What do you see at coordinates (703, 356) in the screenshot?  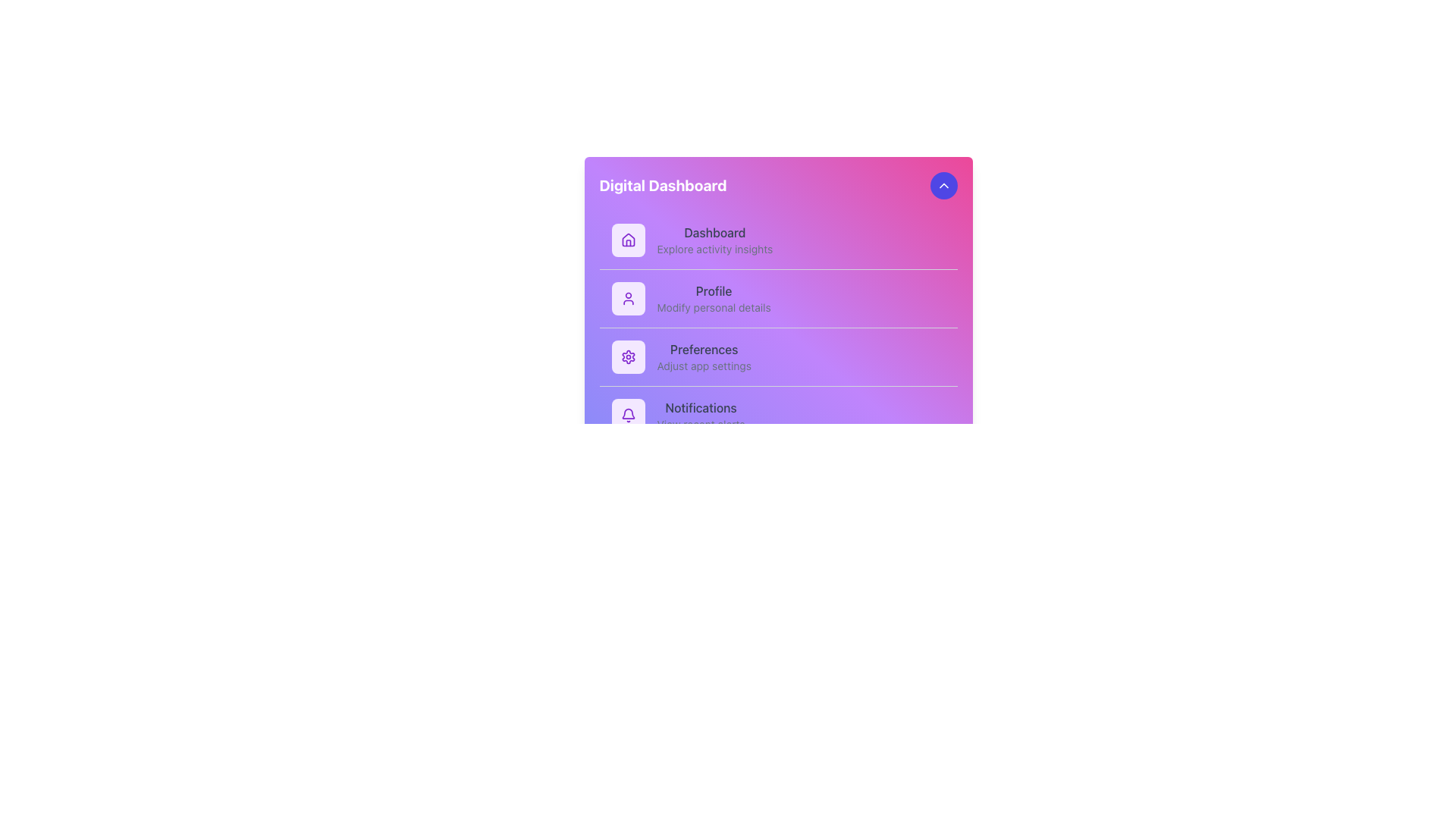 I see `the text content that informs the user about the settings adjustments, located in the third menu item of the navigation panel, which is between 'Profile' and 'Notifications'` at bounding box center [703, 356].